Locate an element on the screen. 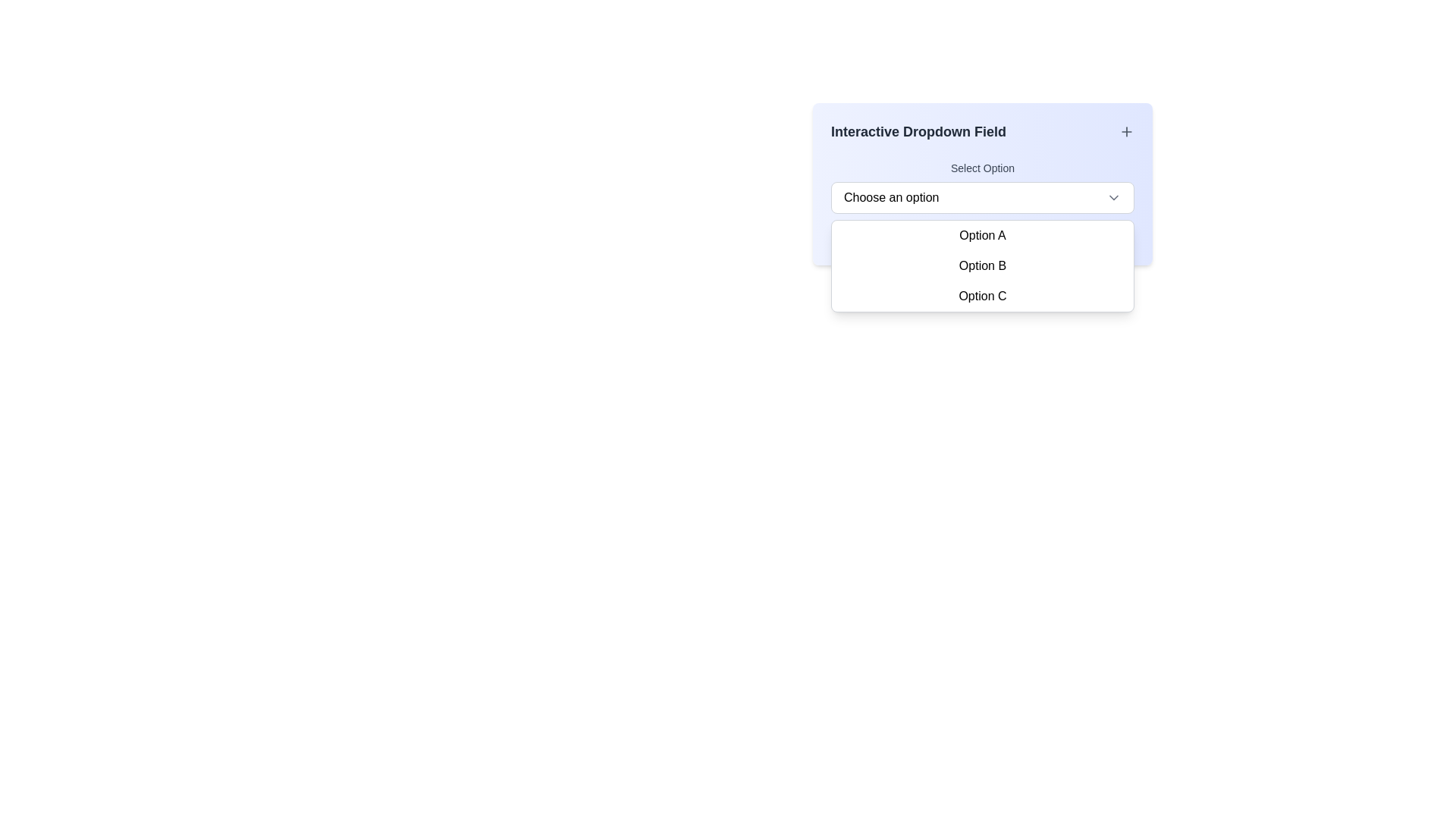 The image size is (1456, 819). the dropdown menu indicator icon located on the right-hand side of the 'Choose an option' input field is located at coordinates (1113, 197).